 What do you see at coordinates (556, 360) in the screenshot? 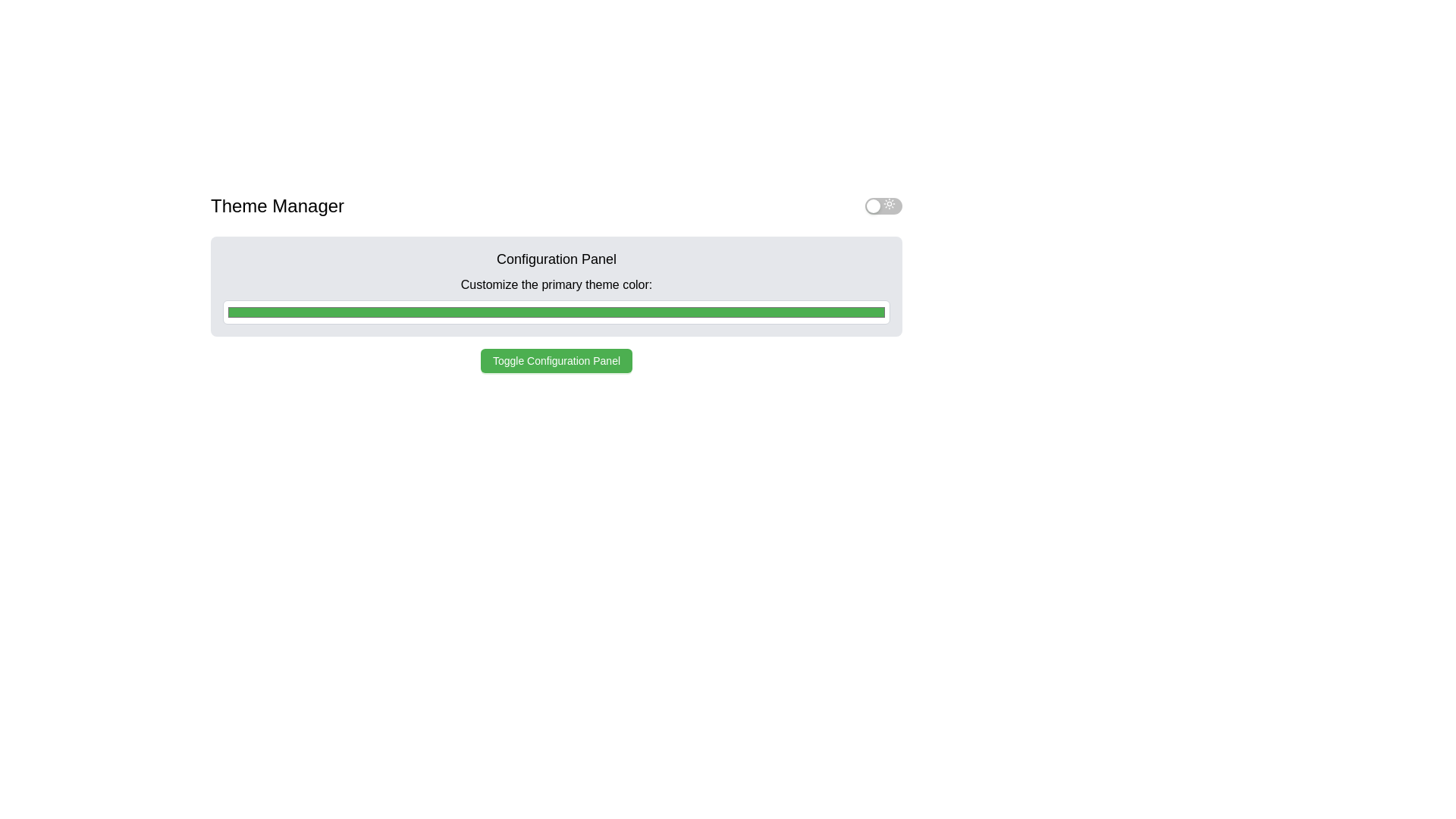
I see `the toggle button for the configuration panel to activate additional interaction effects` at bounding box center [556, 360].